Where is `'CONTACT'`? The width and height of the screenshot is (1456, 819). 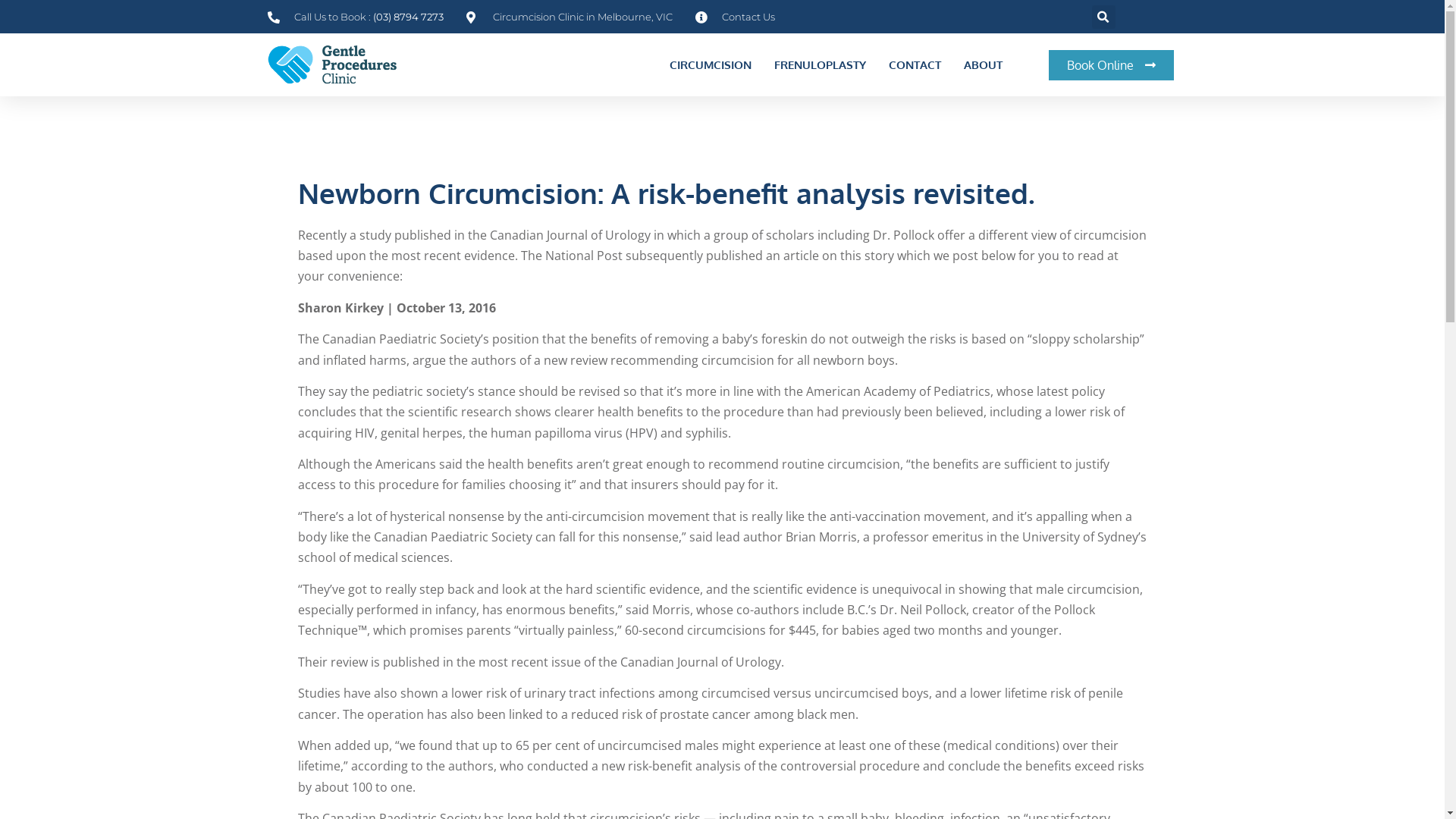 'CONTACT' is located at coordinates (877, 64).